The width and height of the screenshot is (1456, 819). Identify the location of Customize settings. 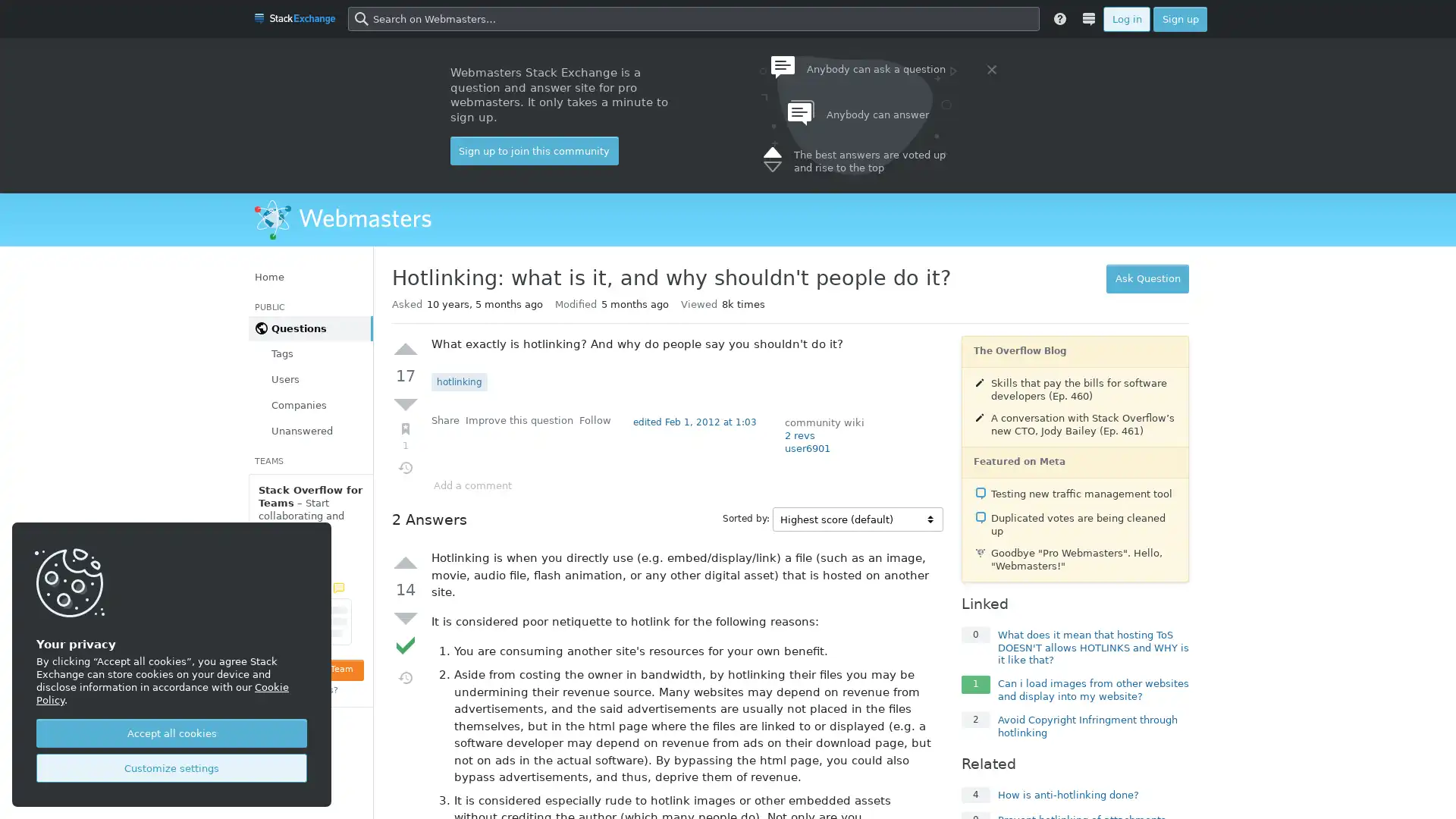
(171, 768).